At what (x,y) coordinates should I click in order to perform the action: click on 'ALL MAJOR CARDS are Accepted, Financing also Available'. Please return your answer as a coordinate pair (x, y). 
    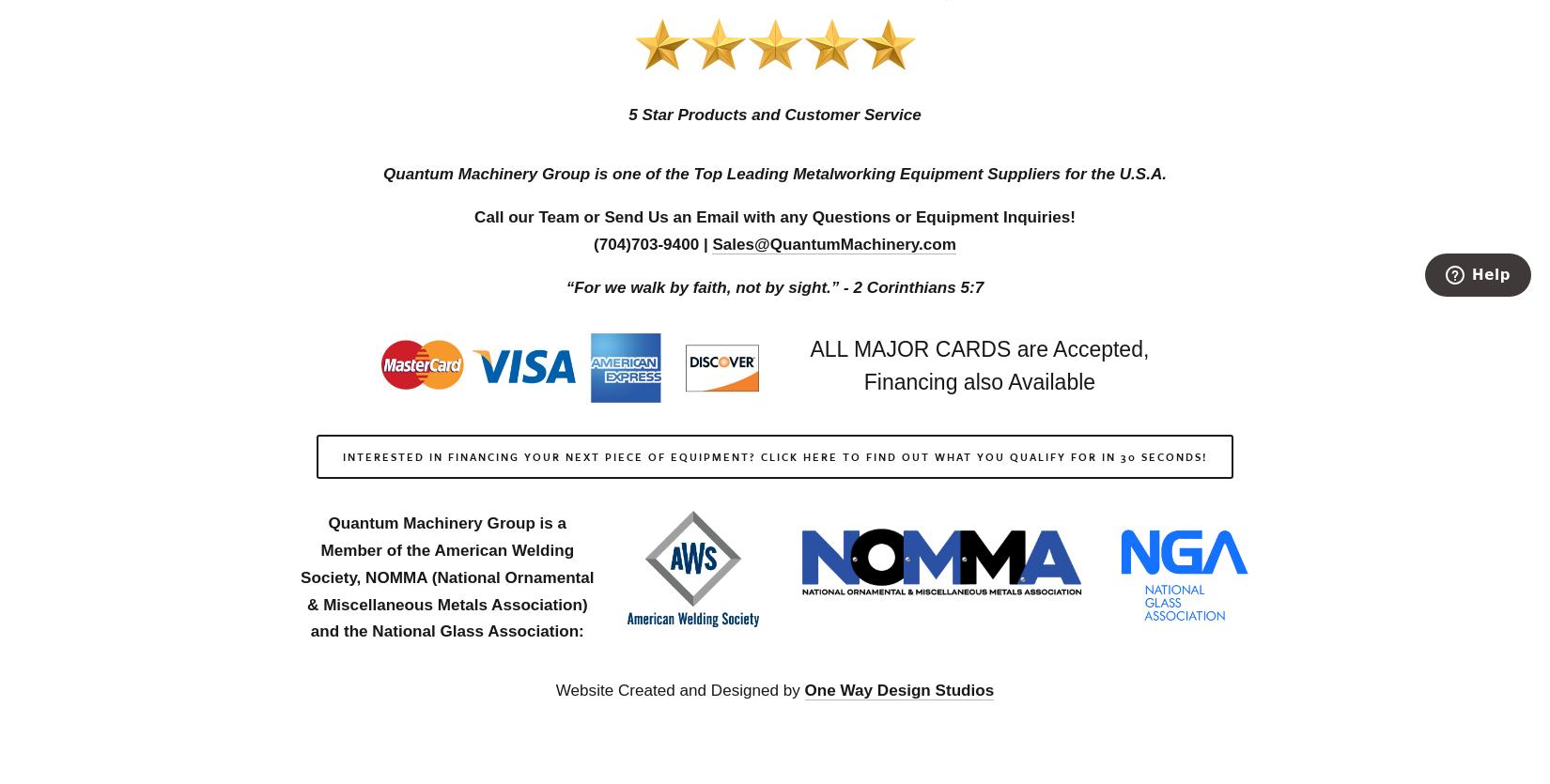
    Looking at the image, I should click on (982, 365).